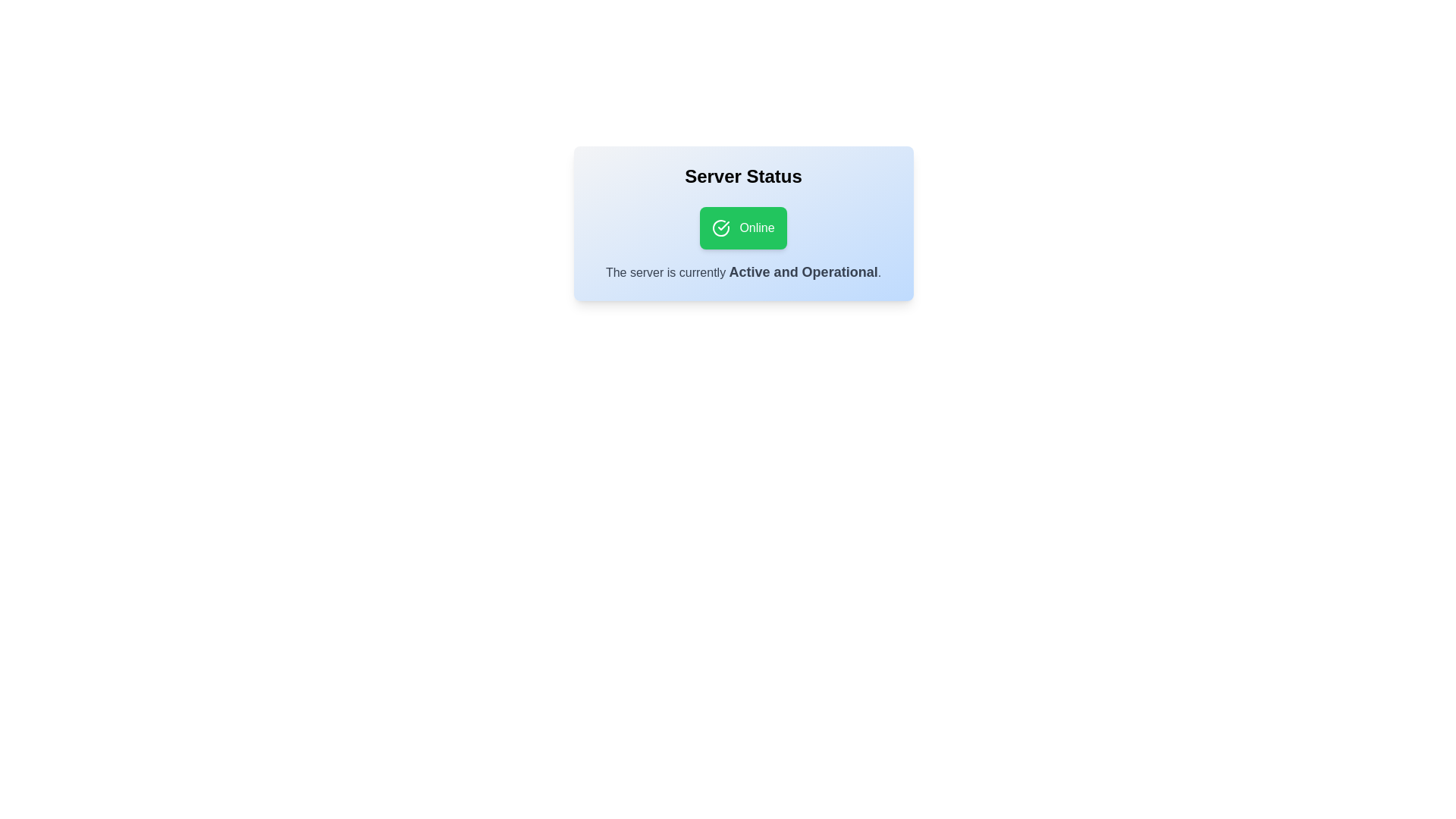  Describe the element at coordinates (743, 227) in the screenshot. I see `the 'Online' button to toggle the server status` at that location.